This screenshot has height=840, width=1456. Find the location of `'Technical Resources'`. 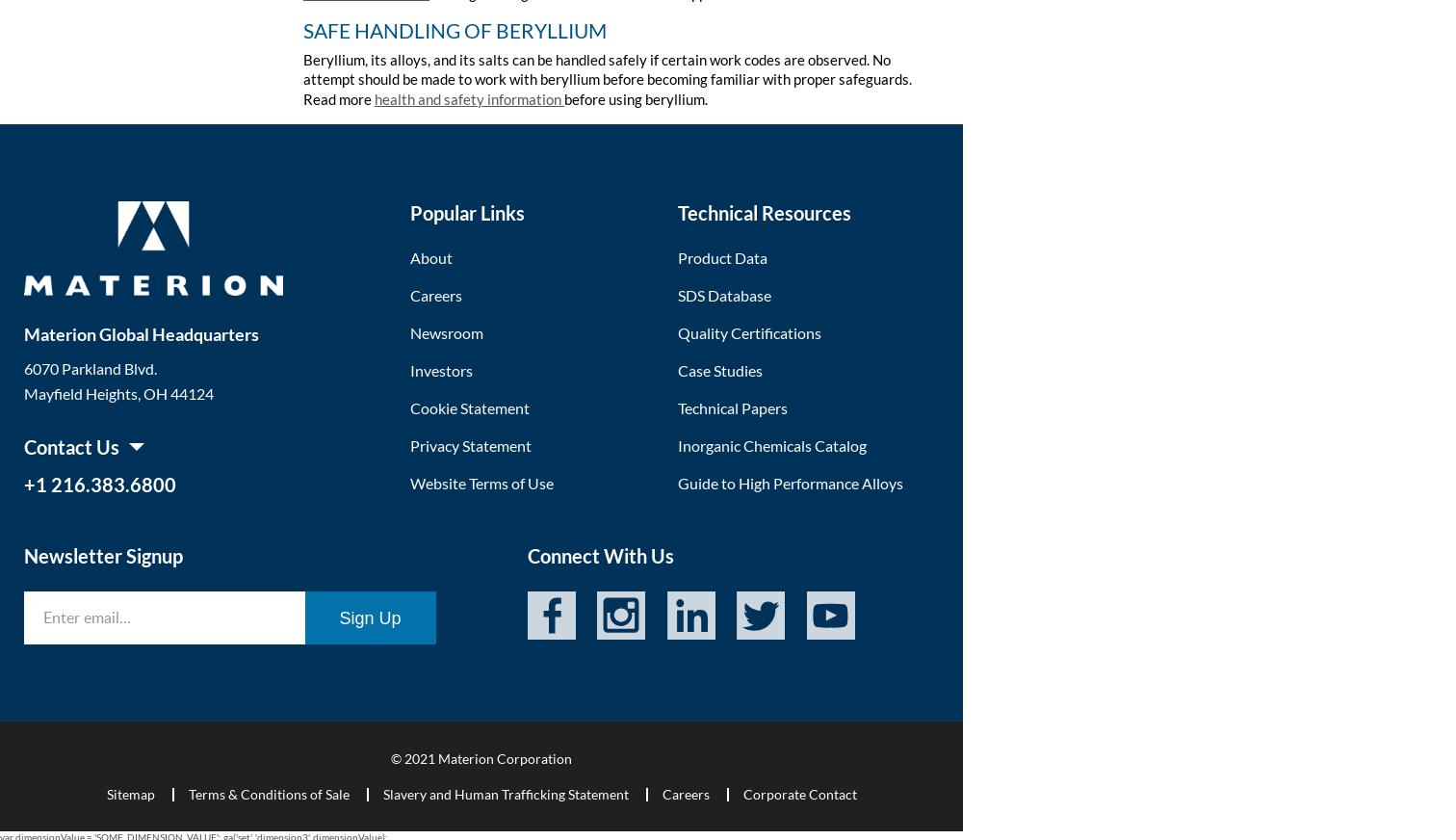

'Technical Resources' is located at coordinates (763, 211).